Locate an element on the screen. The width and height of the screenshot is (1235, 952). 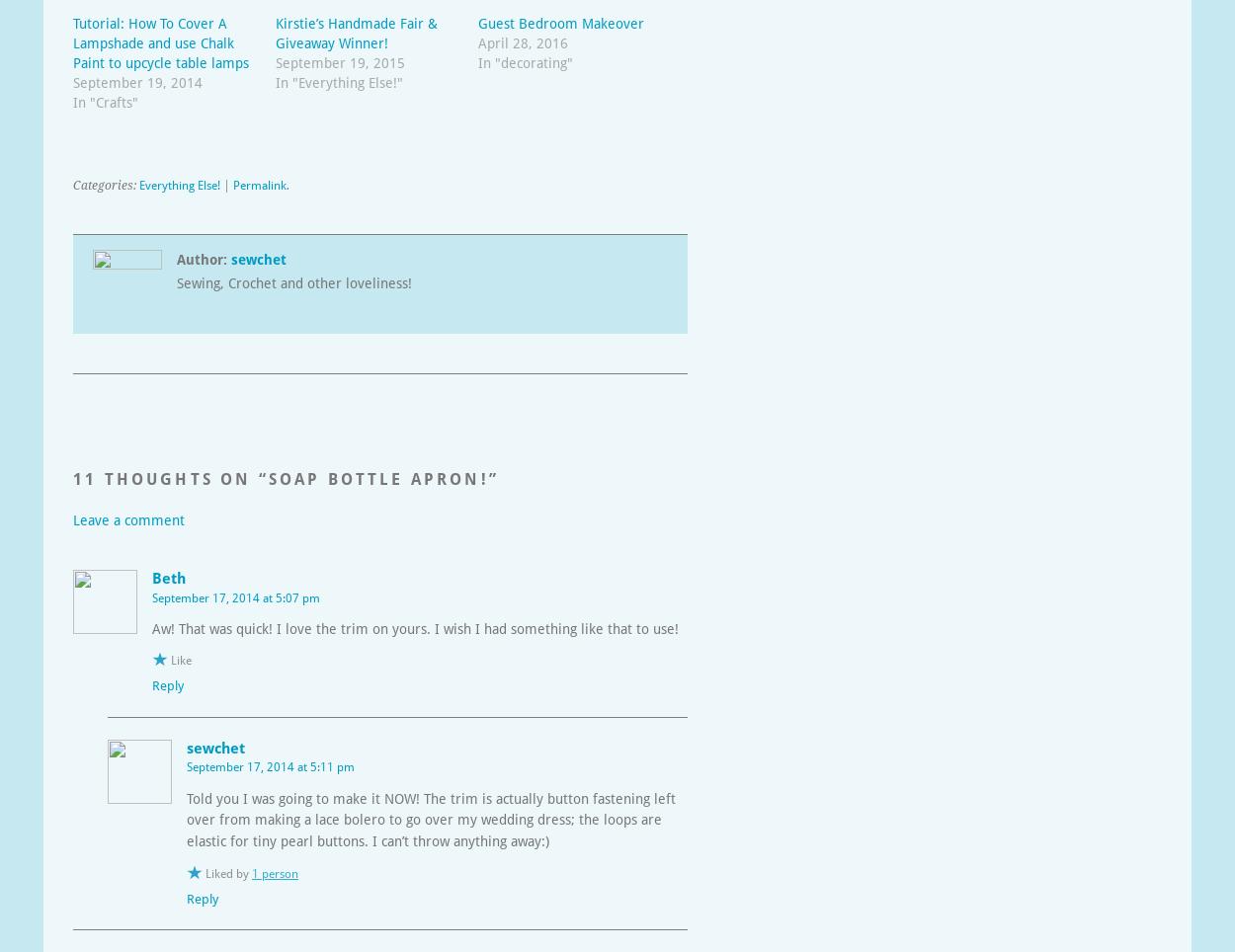
'.' is located at coordinates (288, 184).